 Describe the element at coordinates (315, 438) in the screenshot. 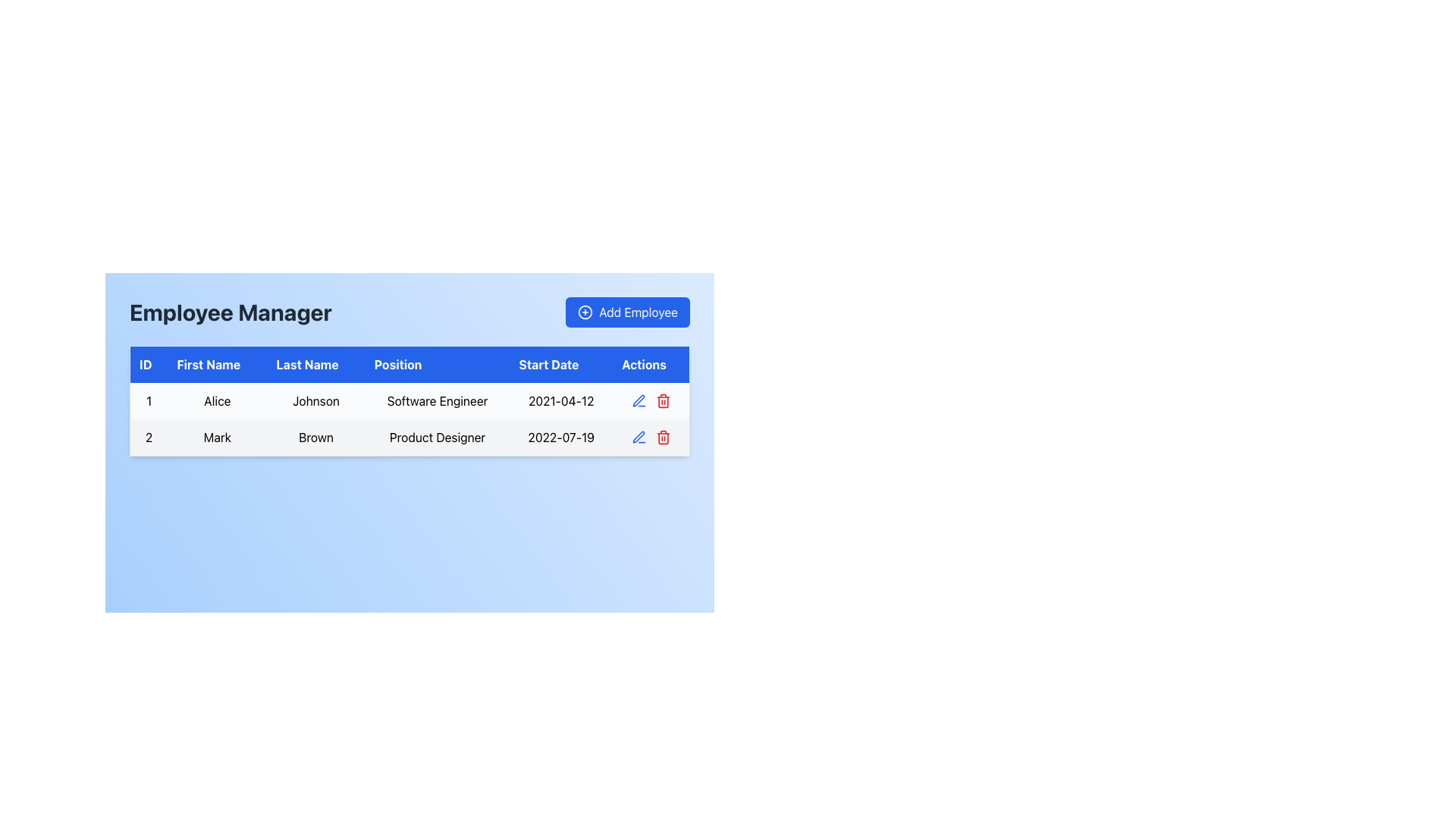

I see `the text label displaying 'Brown' which is located in the third column of the second row of the employee data table` at that location.